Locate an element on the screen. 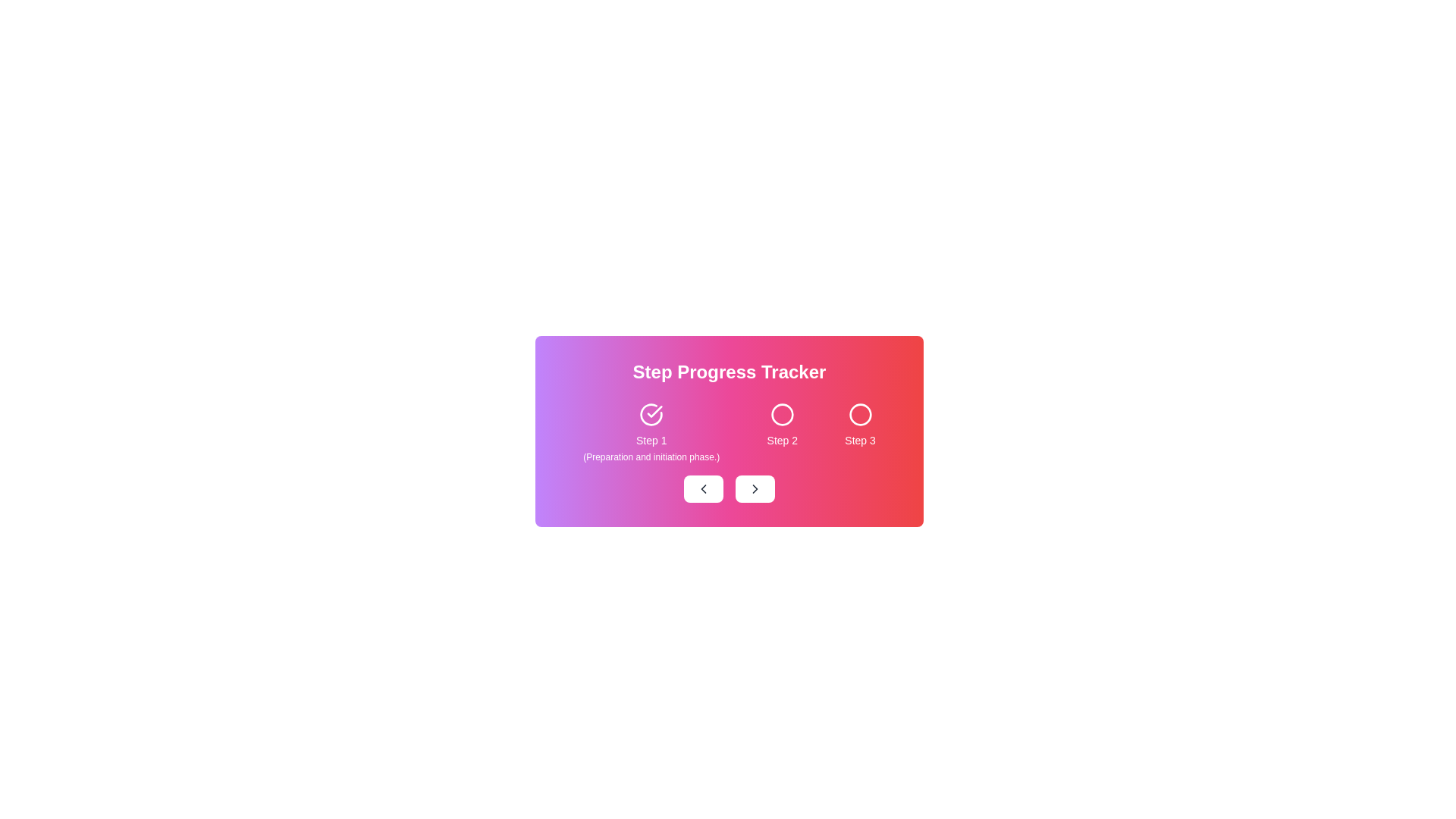 This screenshot has width=1456, height=819. the navigation button labeled 'Previous' is located at coordinates (702, 488).